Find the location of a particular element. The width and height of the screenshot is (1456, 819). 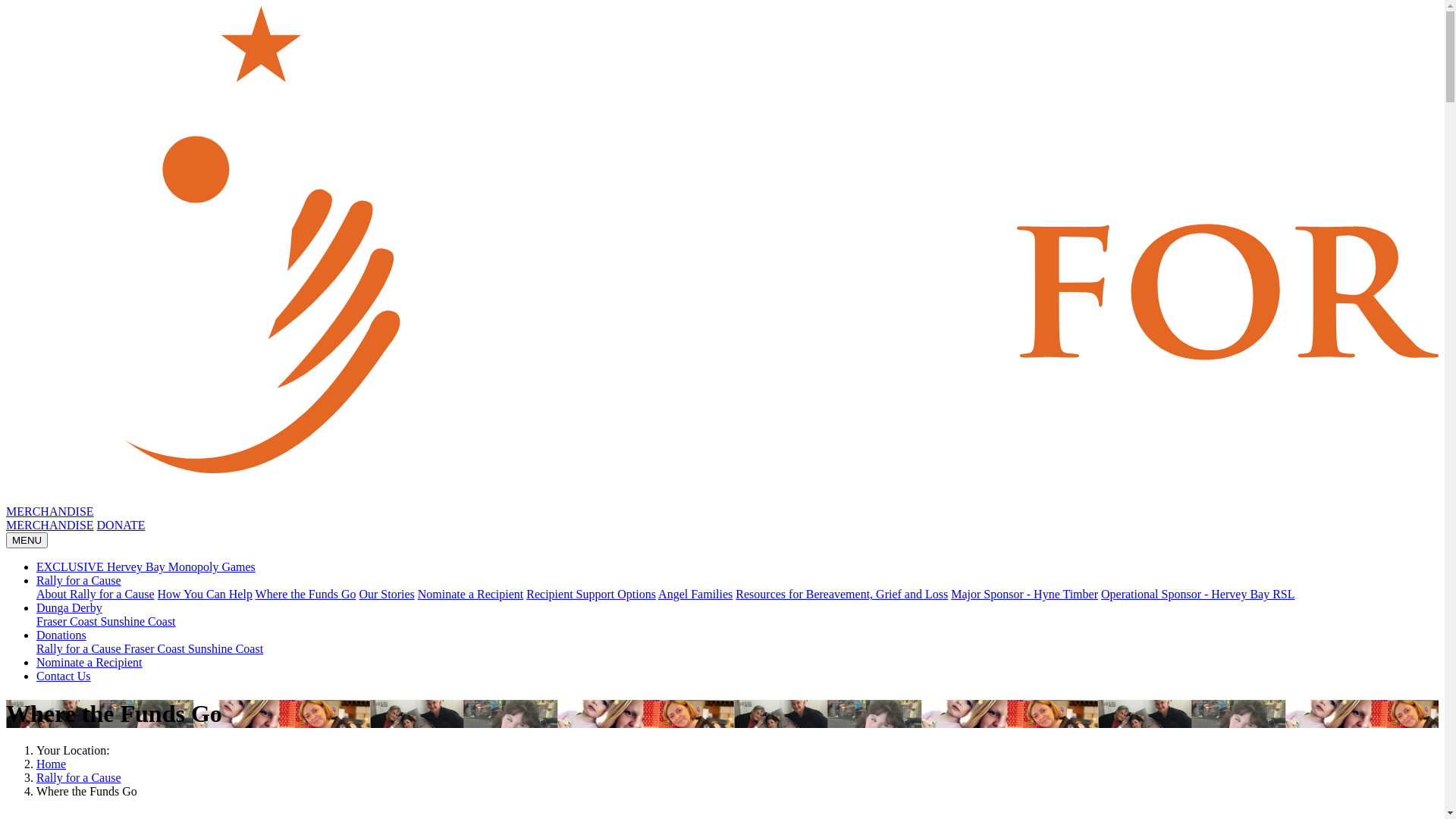

'MENU' is located at coordinates (27, 539).